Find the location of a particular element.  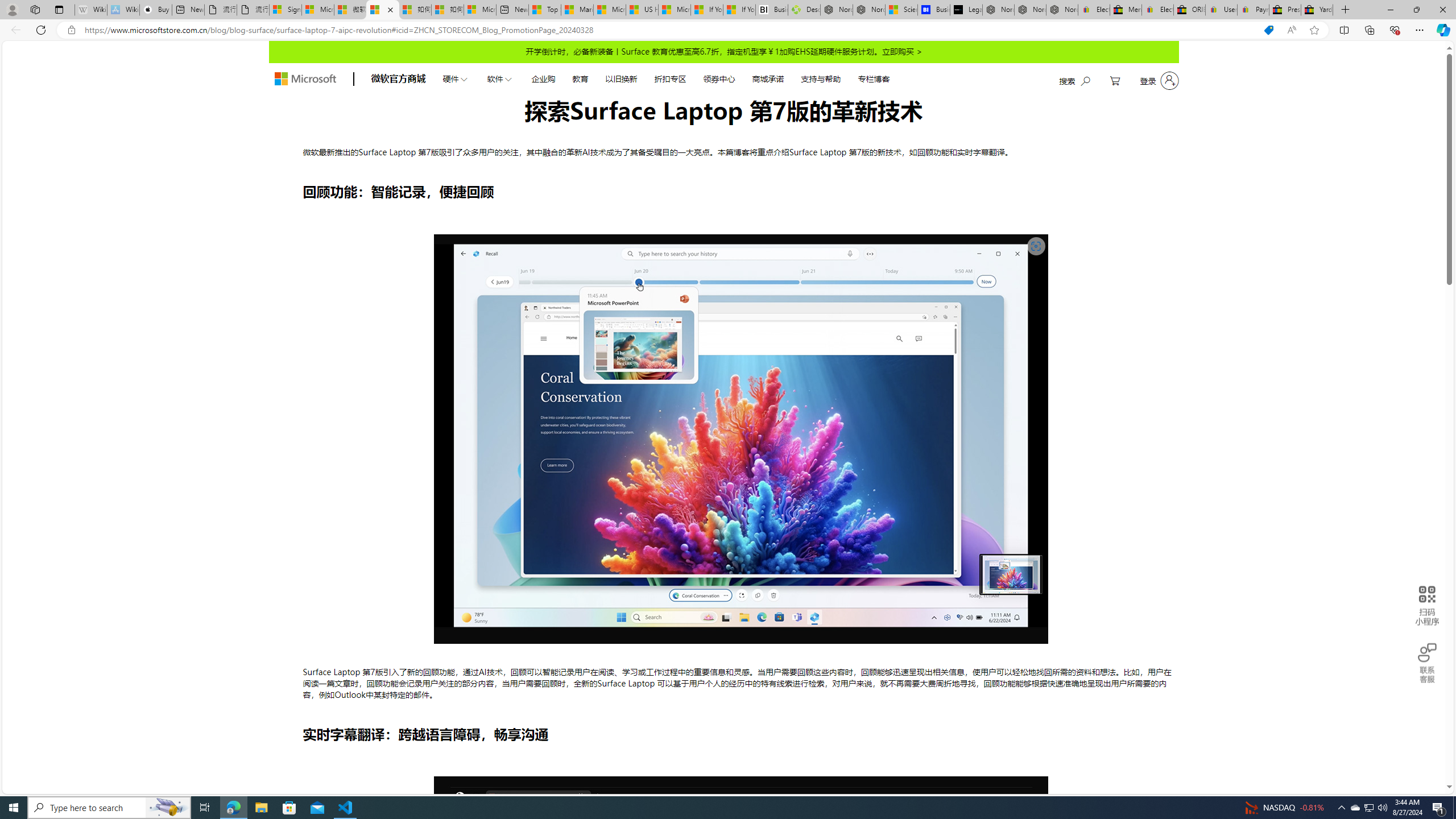

'AutomationID: autoNav' is located at coordinates (665, 78).